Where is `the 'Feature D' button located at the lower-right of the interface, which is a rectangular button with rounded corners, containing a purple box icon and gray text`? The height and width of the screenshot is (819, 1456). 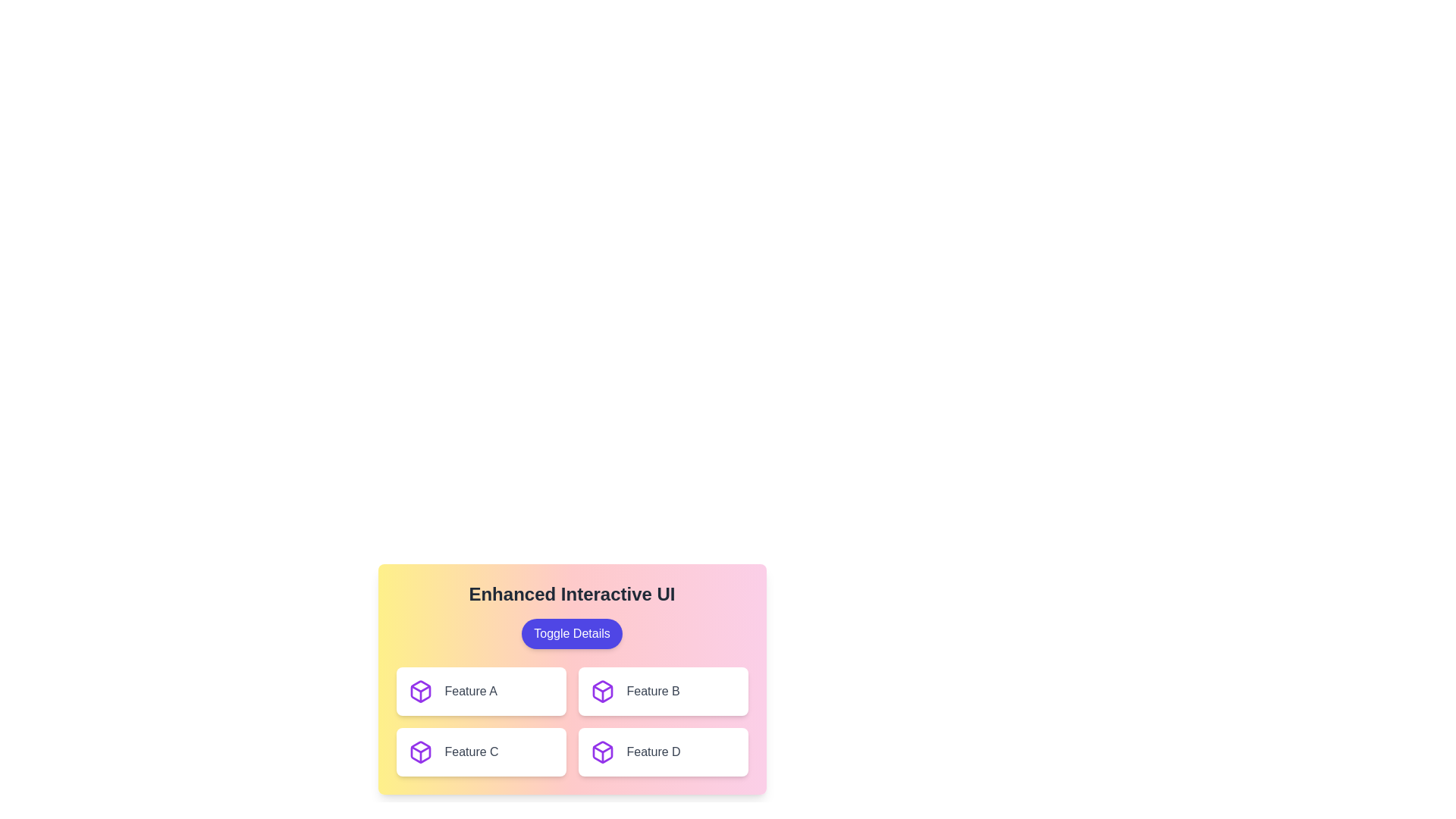
the 'Feature D' button located at the lower-right of the interface, which is a rectangular button with rounded corners, containing a purple box icon and gray text is located at coordinates (663, 752).